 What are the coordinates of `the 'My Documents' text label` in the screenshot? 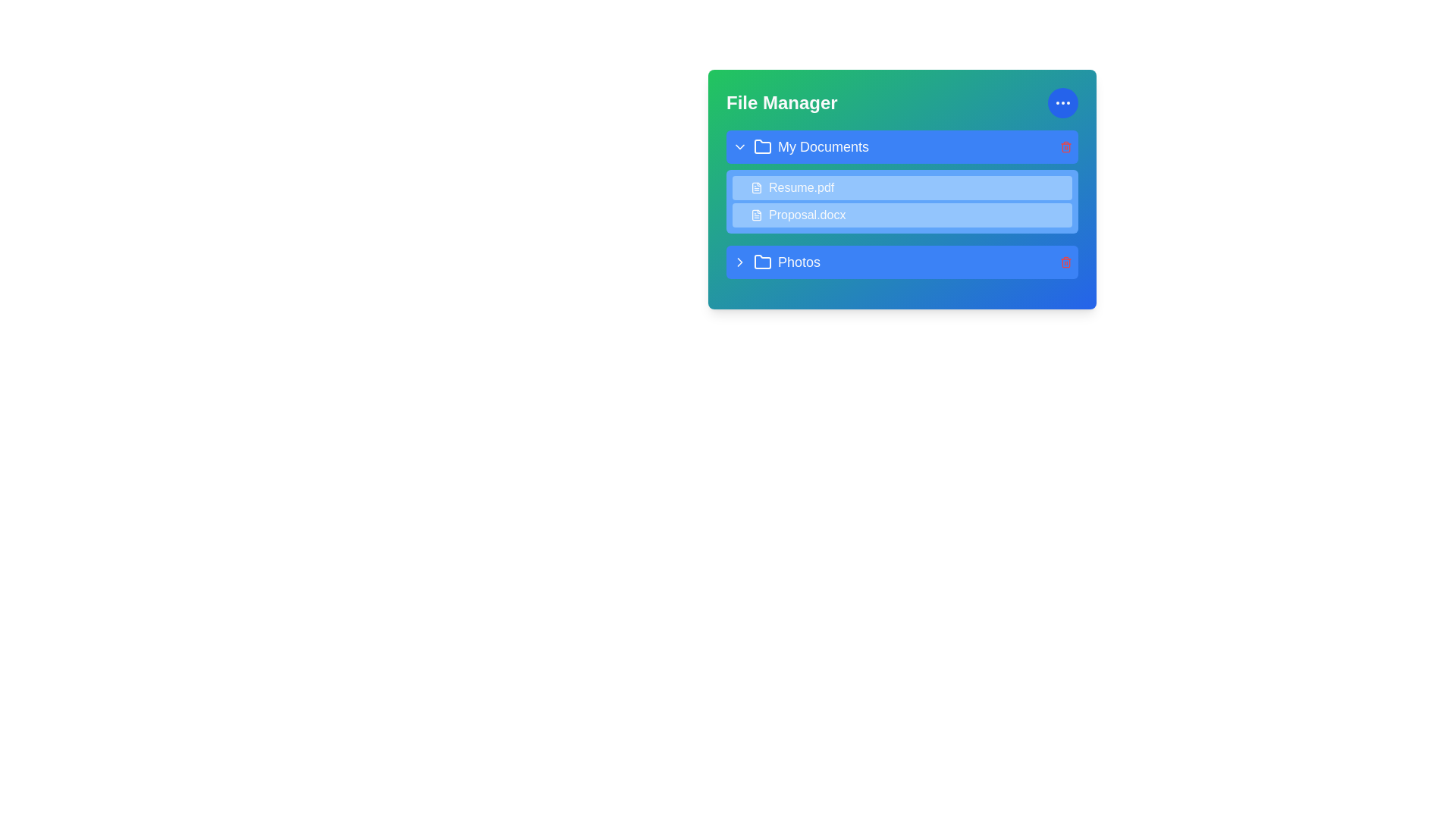 It's located at (822, 146).